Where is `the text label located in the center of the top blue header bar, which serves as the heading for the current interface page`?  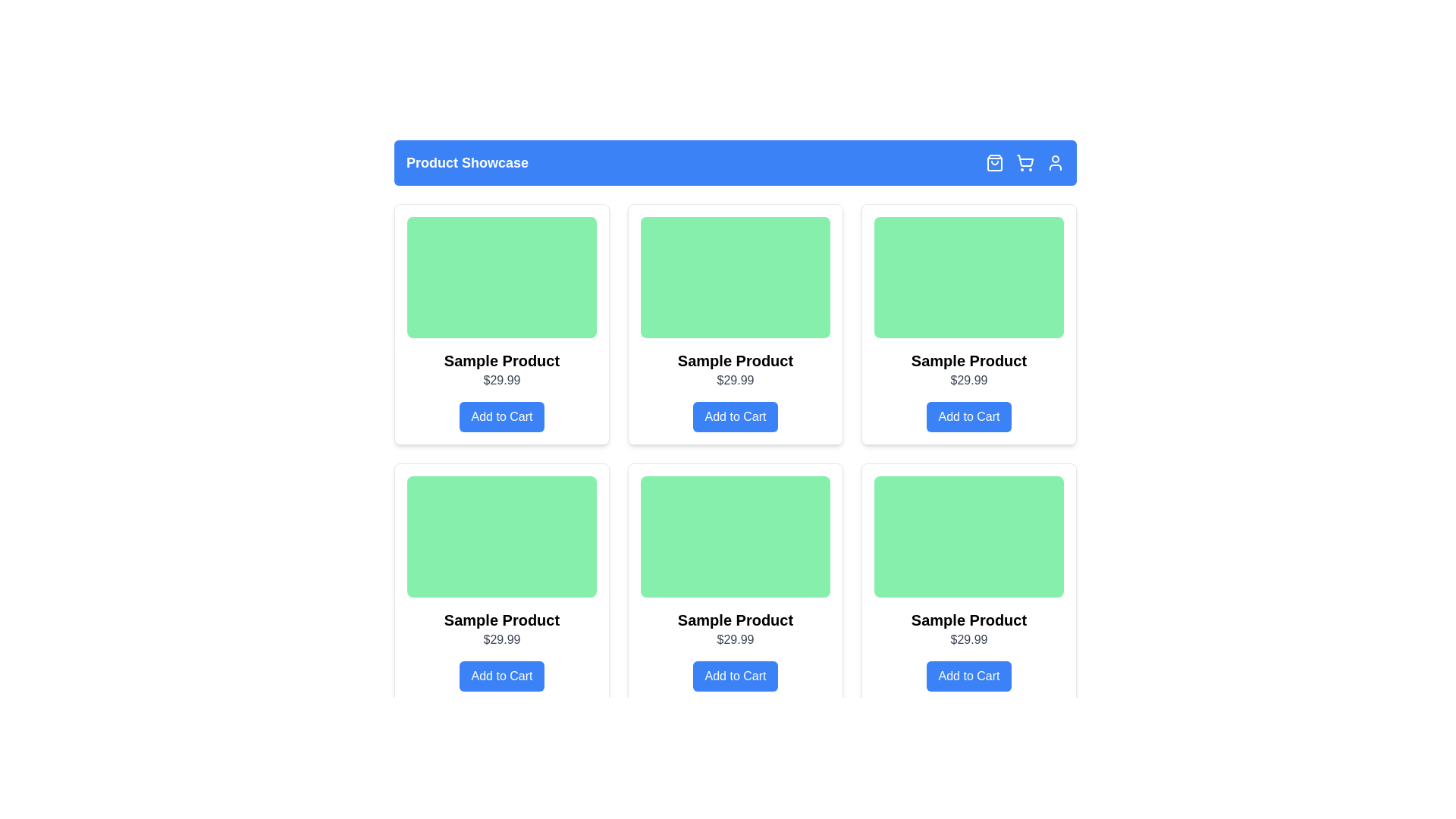 the text label located in the center of the top blue header bar, which serves as the heading for the current interface page is located at coordinates (466, 163).